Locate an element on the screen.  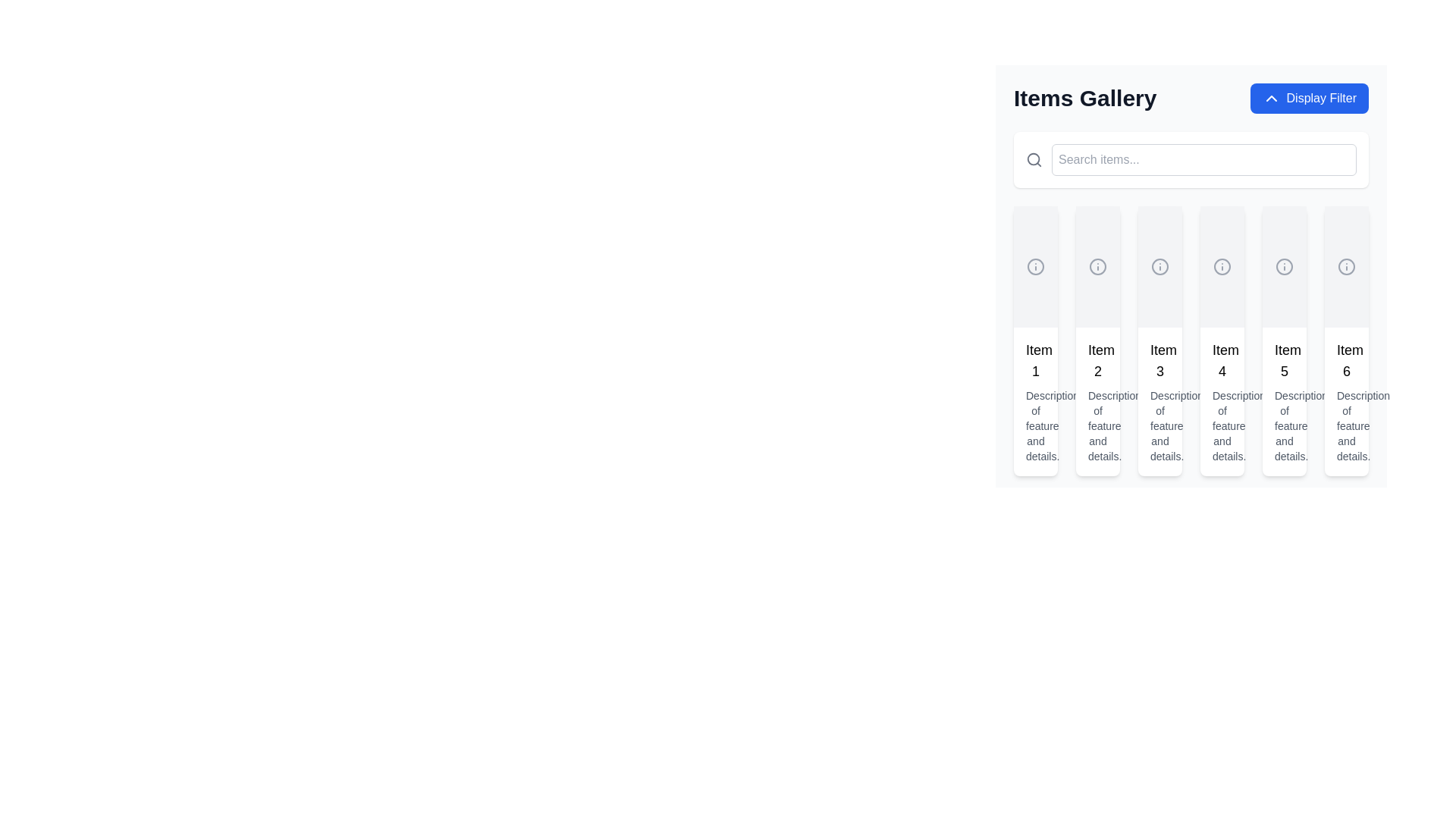
the third list item in the 'Items Gallery' section, which displays a title and description, positioned between 'Item 2' and 'Item 4' is located at coordinates (1159, 400).